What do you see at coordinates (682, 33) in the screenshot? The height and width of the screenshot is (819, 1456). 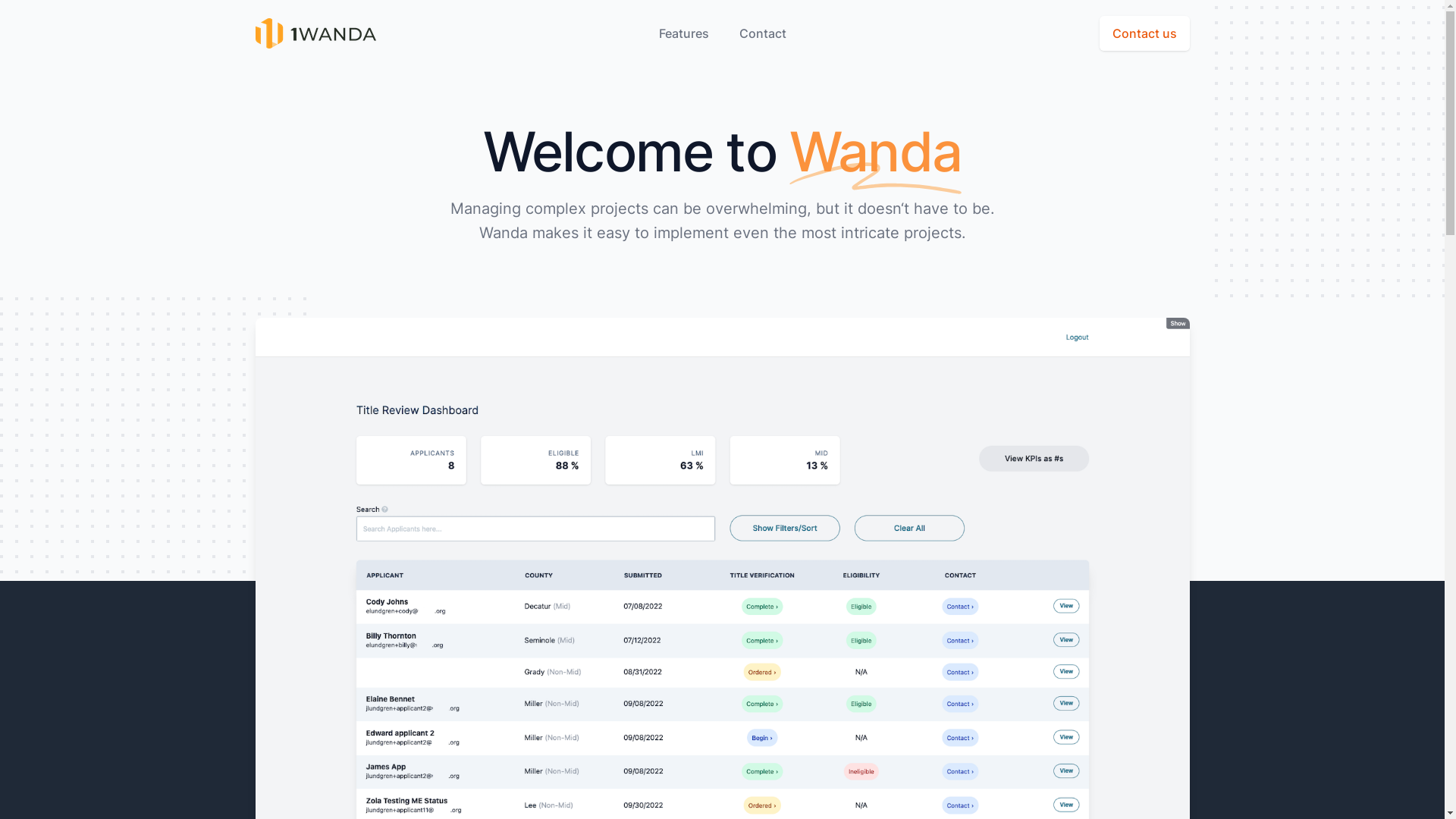 I see `'Features'` at bounding box center [682, 33].